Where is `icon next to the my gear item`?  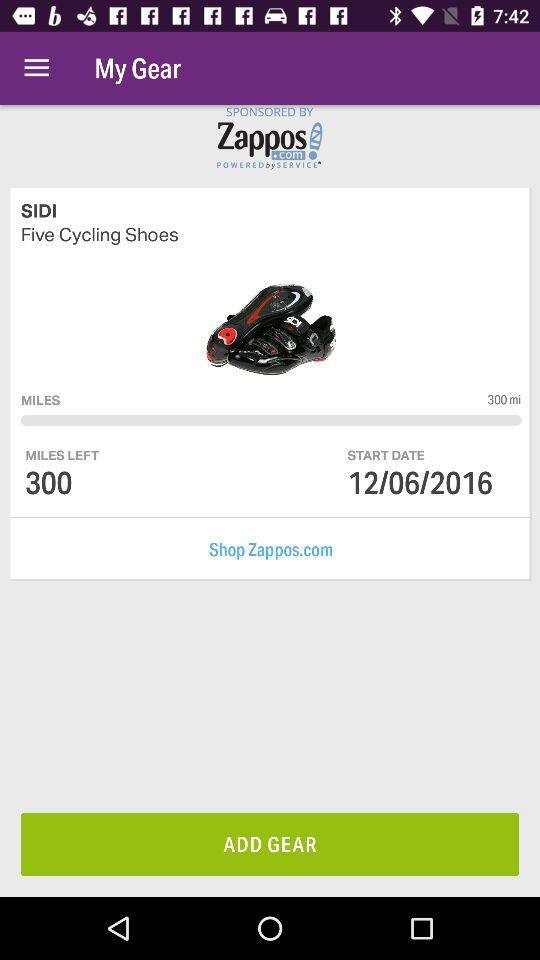 icon next to the my gear item is located at coordinates (36, 68).